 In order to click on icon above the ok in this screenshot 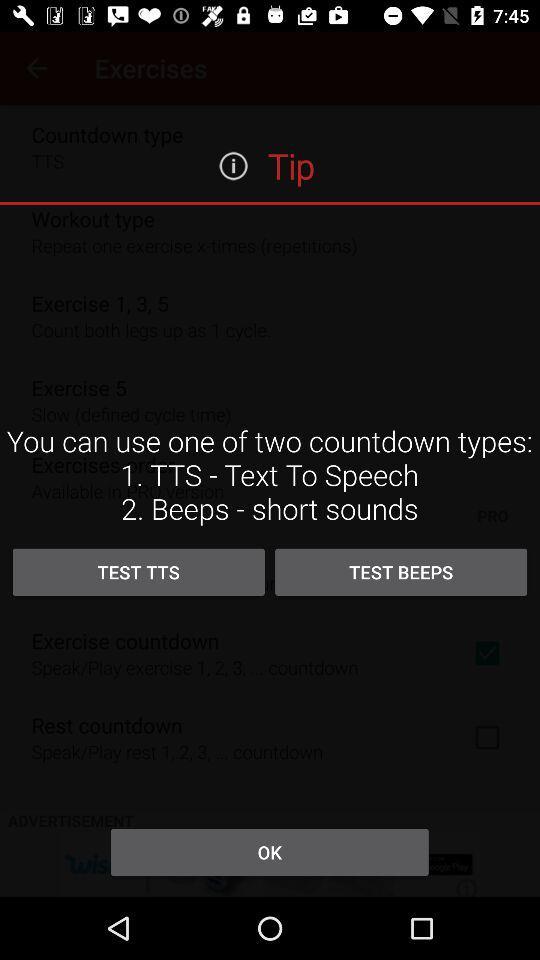, I will do `click(137, 572)`.